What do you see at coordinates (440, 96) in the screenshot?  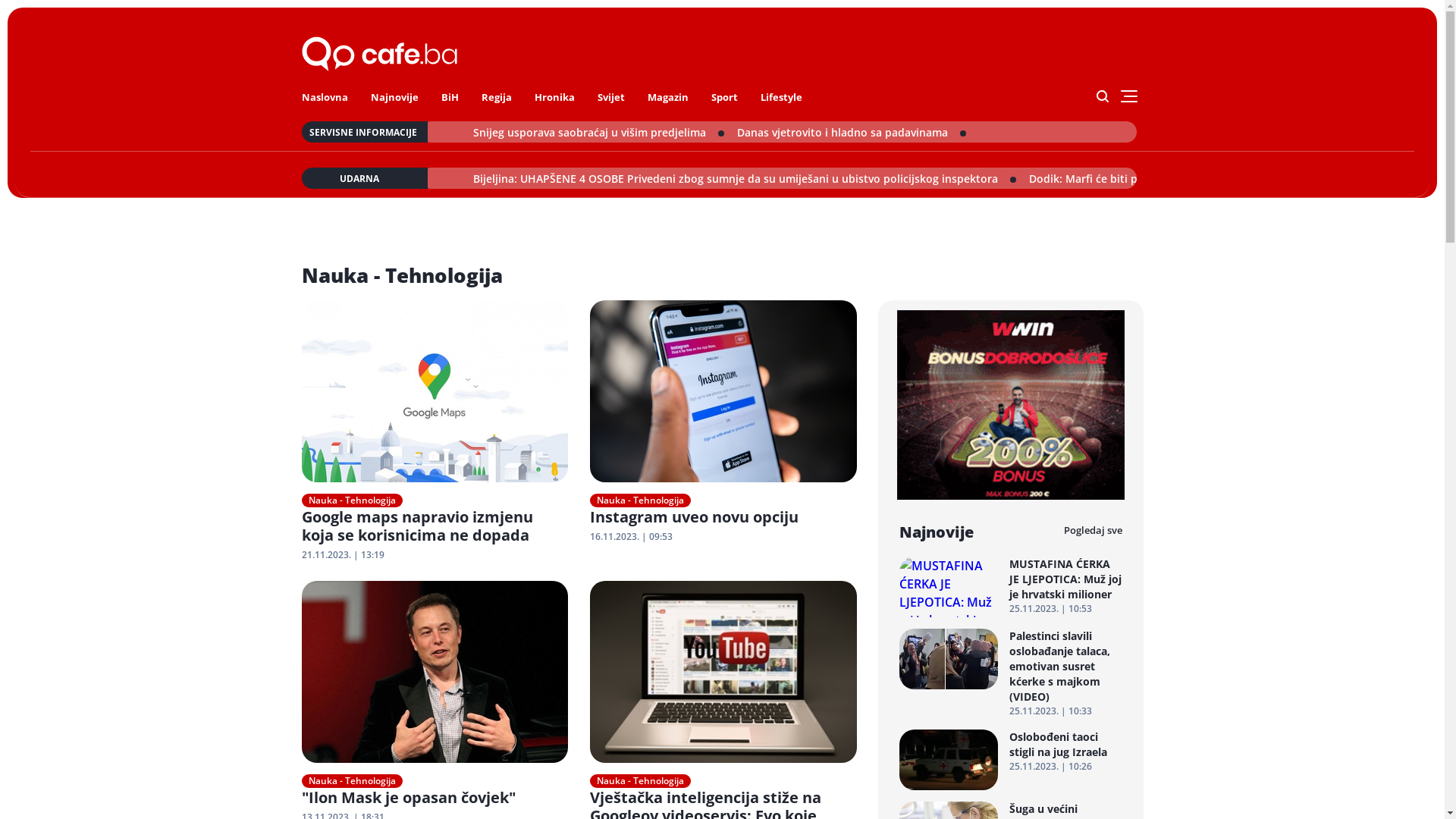 I see `'BiH'` at bounding box center [440, 96].